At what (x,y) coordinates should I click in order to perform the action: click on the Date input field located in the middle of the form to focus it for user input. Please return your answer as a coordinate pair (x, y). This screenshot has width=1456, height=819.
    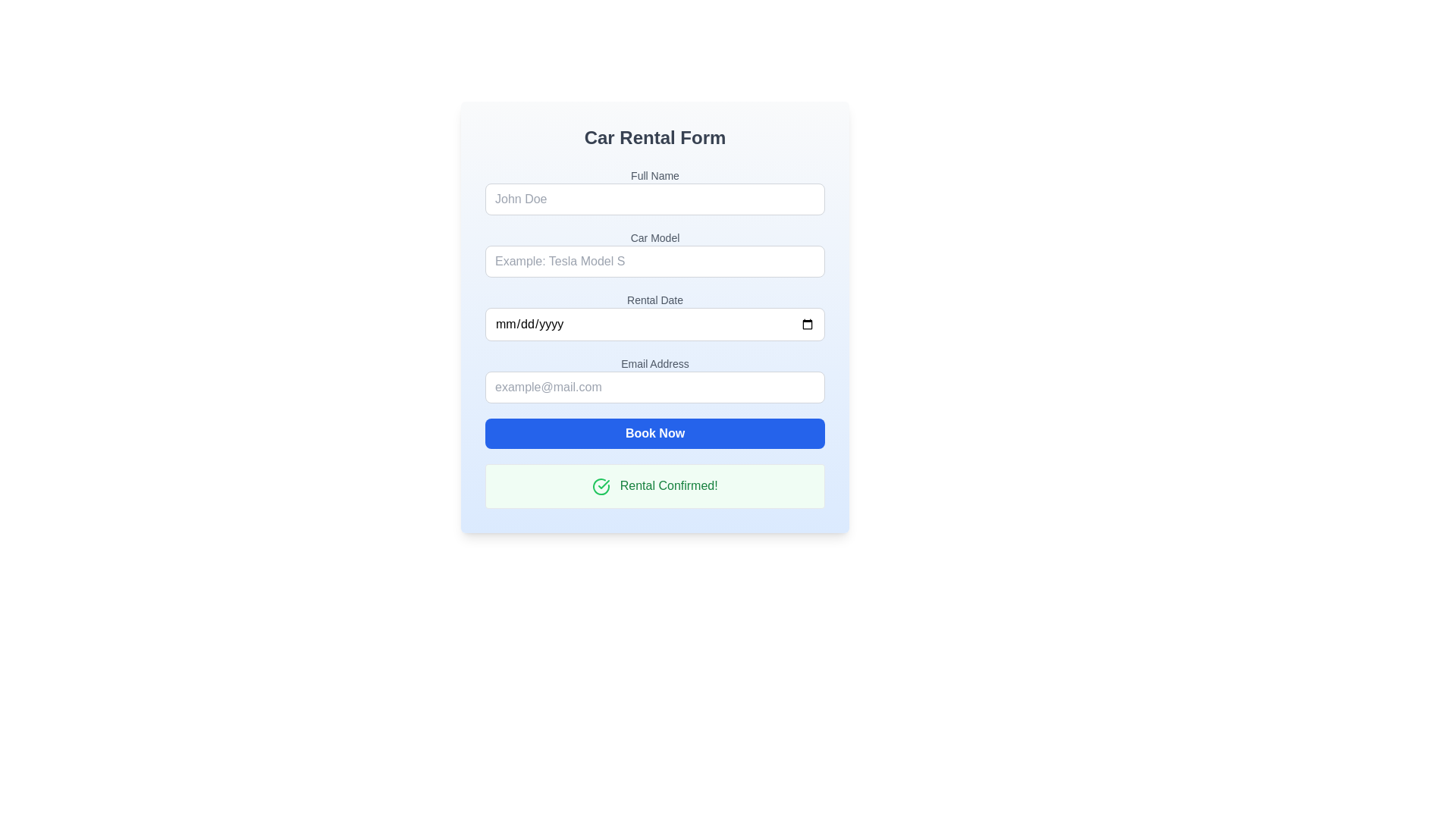
    Looking at the image, I should click on (655, 315).